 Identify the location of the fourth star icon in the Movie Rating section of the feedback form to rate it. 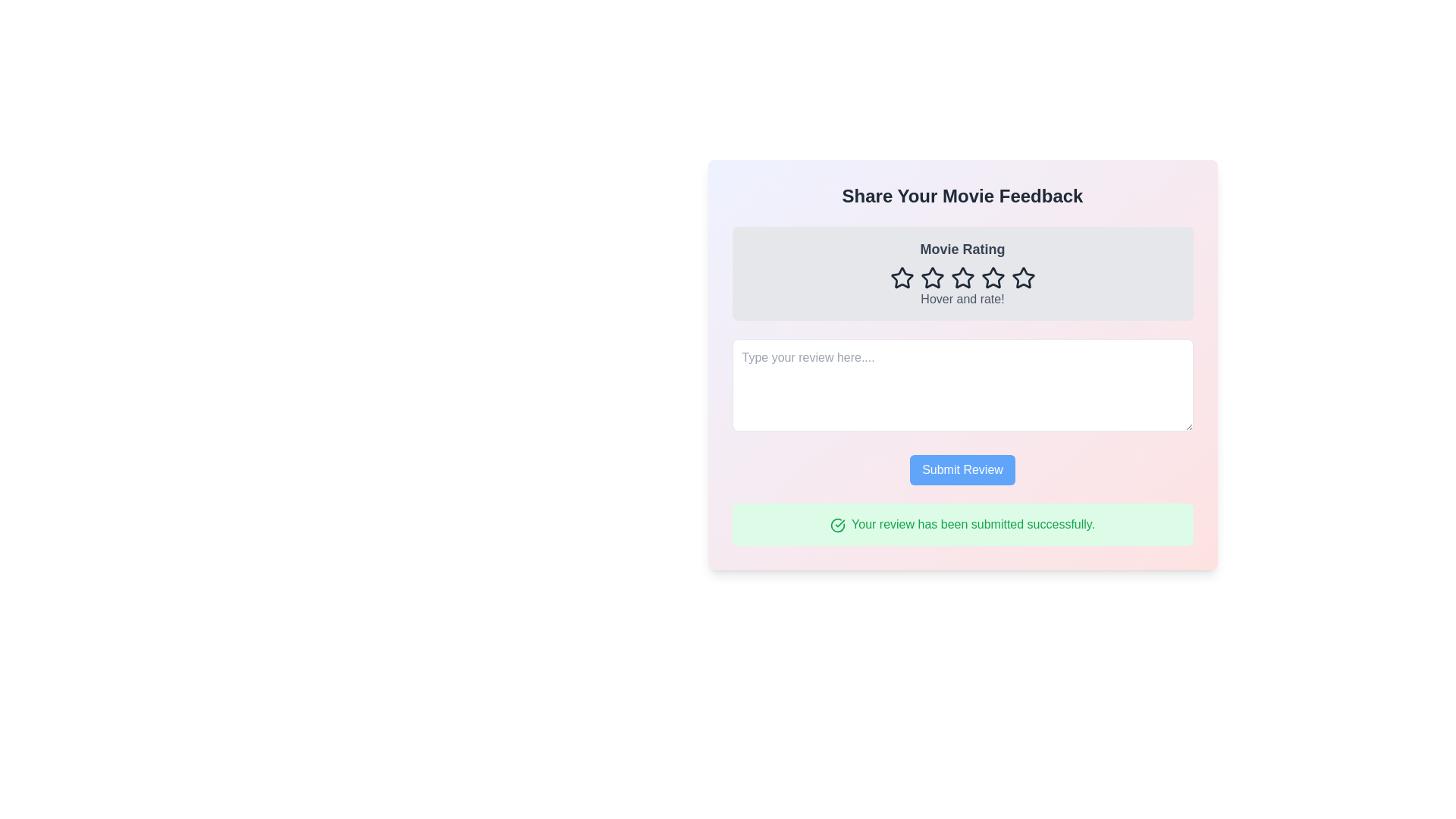
(962, 278).